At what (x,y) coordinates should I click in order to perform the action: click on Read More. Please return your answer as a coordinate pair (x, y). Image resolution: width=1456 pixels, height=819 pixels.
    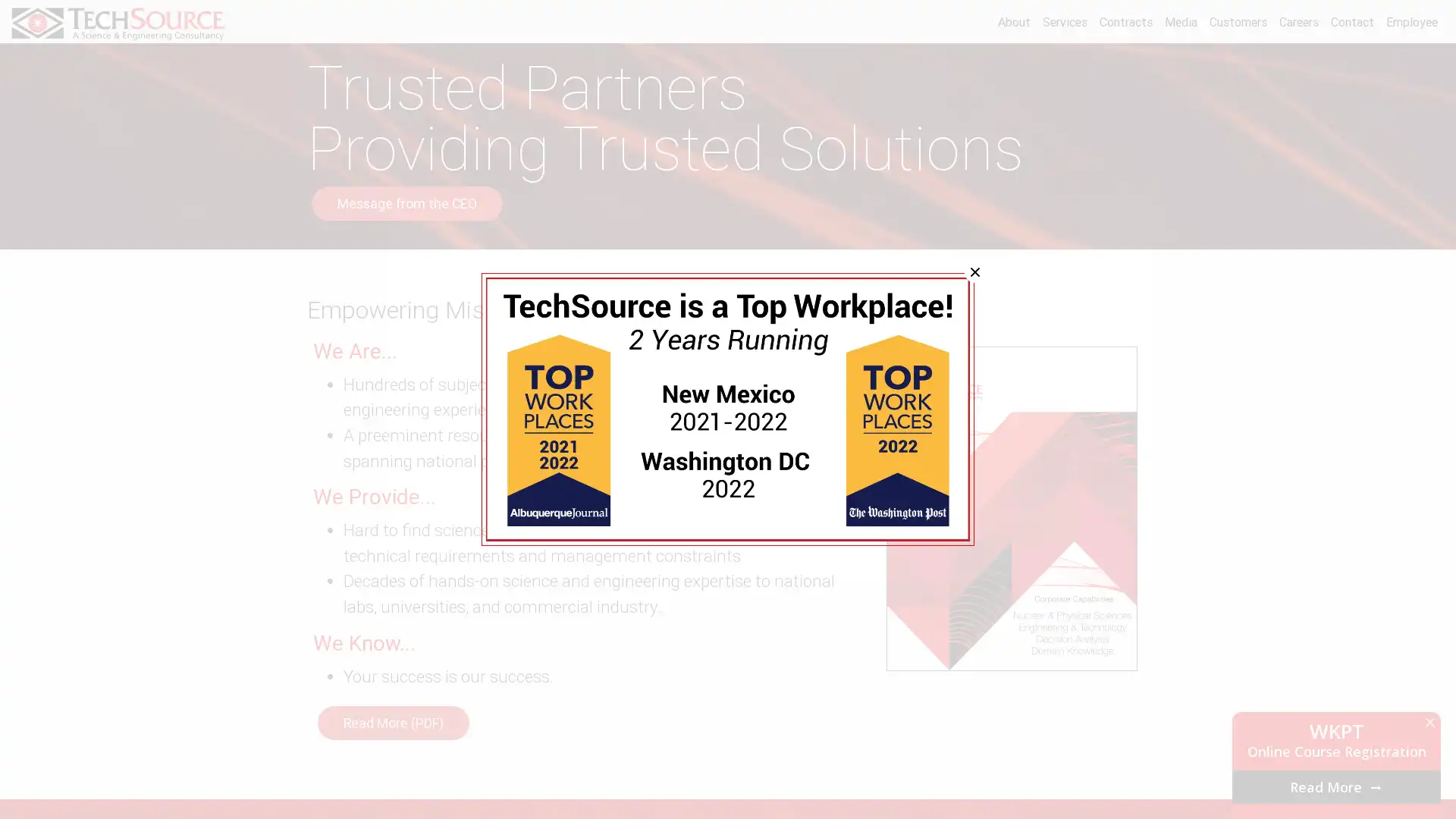
    Looking at the image, I should click on (1336, 786).